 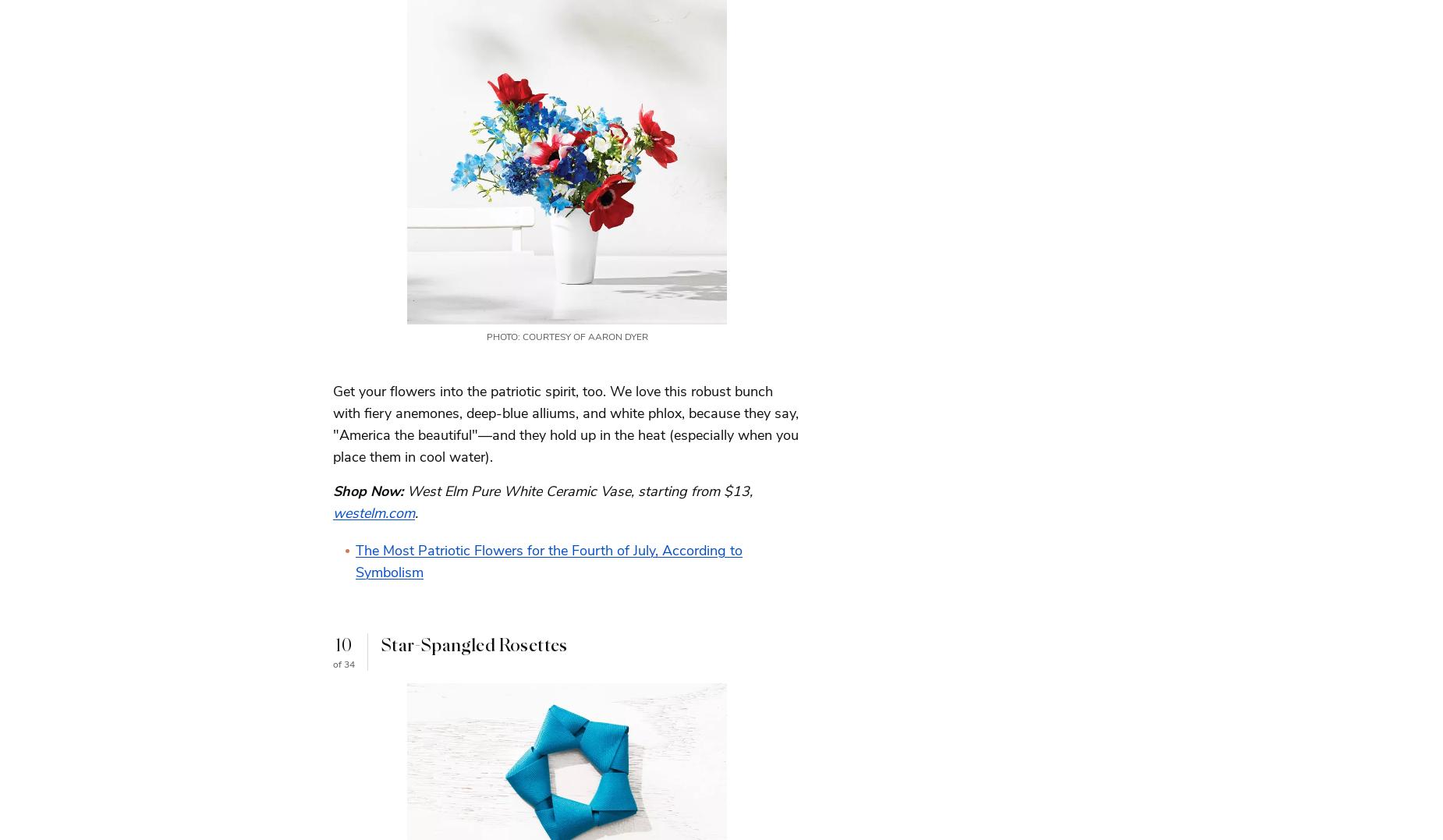 What do you see at coordinates (342, 645) in the screenshot?
I see `'10'` at bounding box center [342, 645].